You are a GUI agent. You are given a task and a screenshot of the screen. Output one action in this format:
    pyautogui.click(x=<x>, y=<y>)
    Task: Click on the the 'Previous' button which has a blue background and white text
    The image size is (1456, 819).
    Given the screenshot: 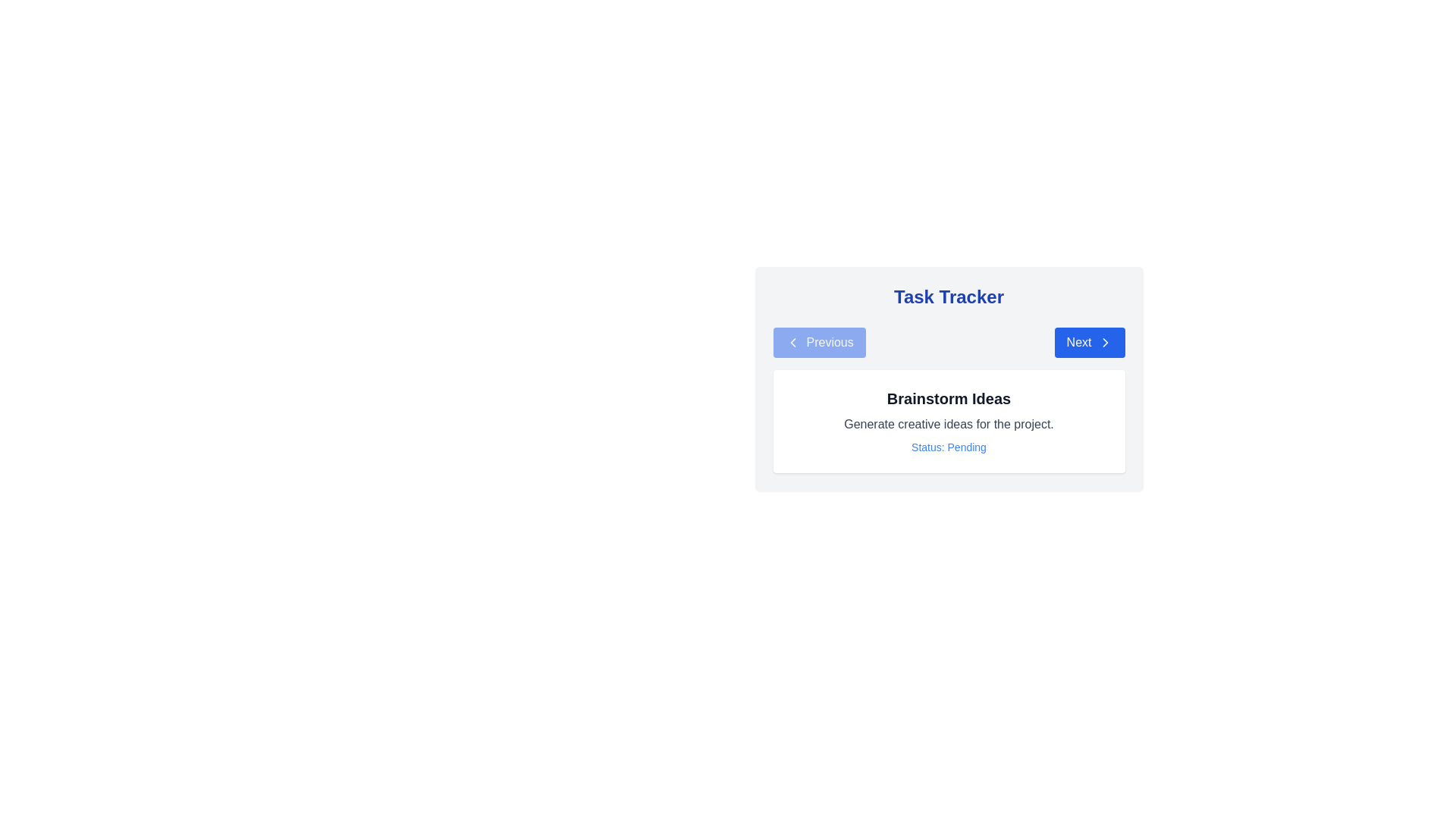 What is the action you would take?
    pyautogui.click(x=818, y=342)
    